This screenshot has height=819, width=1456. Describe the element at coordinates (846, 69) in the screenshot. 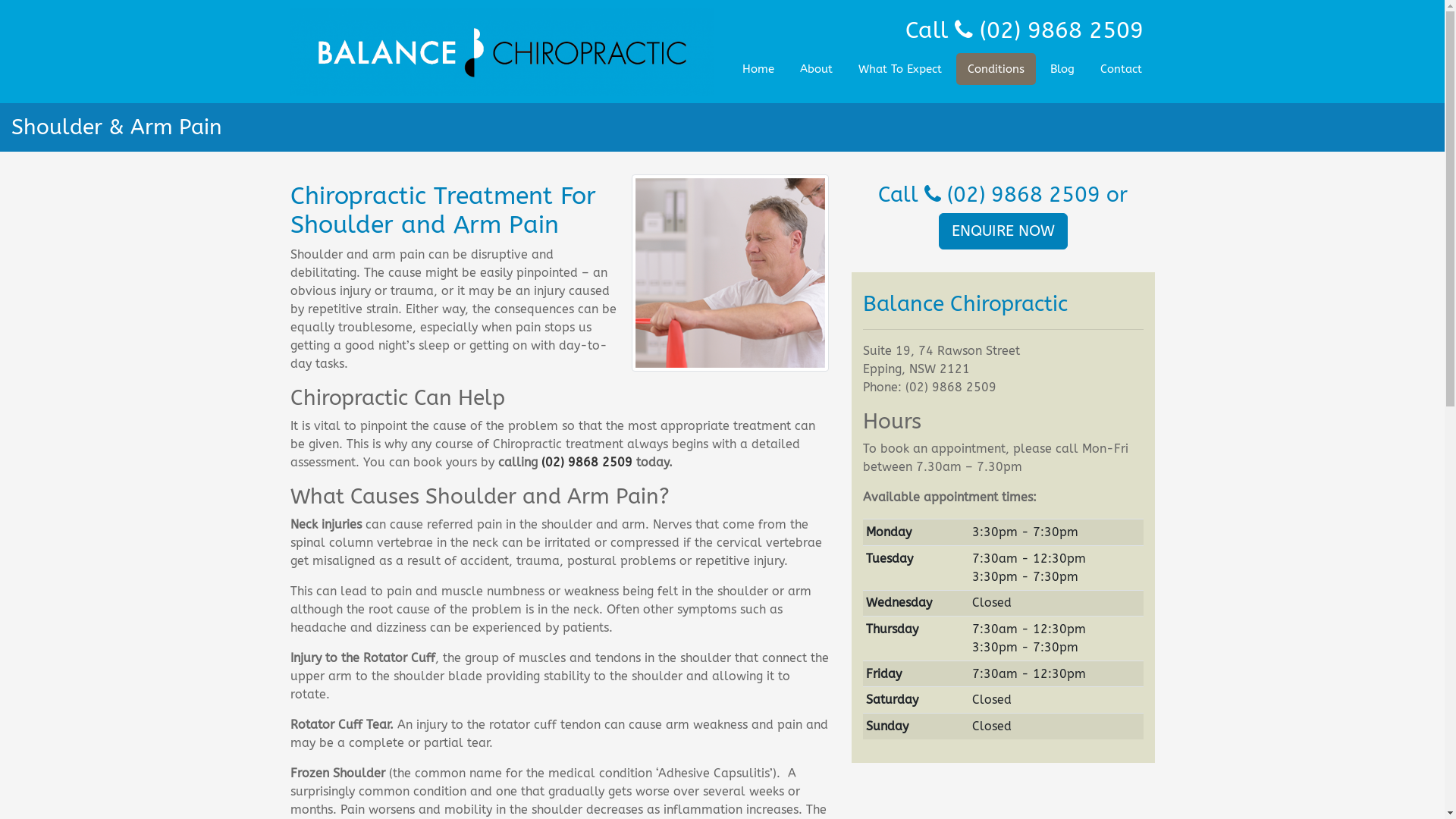

I see `'What To Expect'` at that location.